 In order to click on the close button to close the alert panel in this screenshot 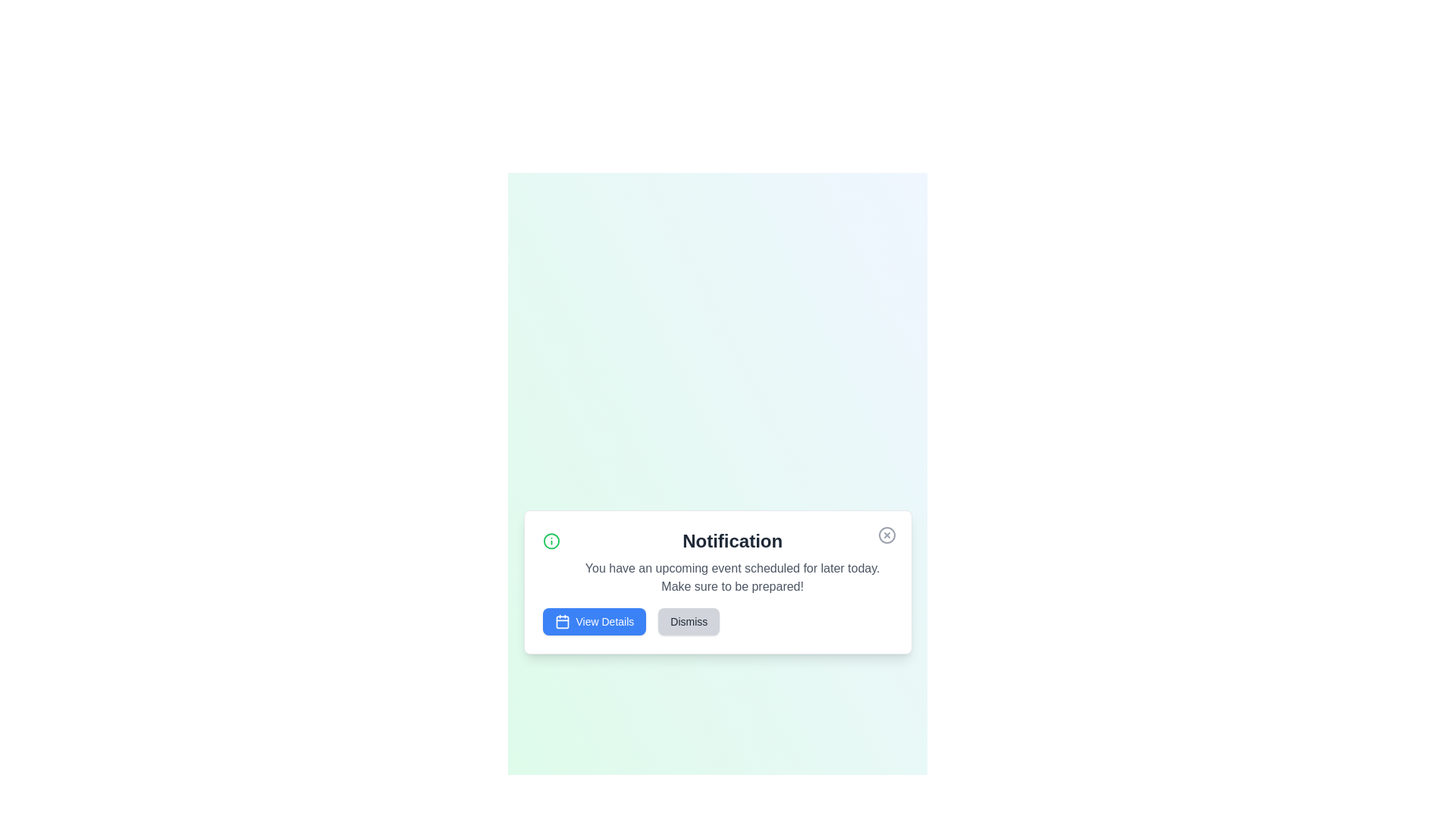, I will do `click(886, 534)`.